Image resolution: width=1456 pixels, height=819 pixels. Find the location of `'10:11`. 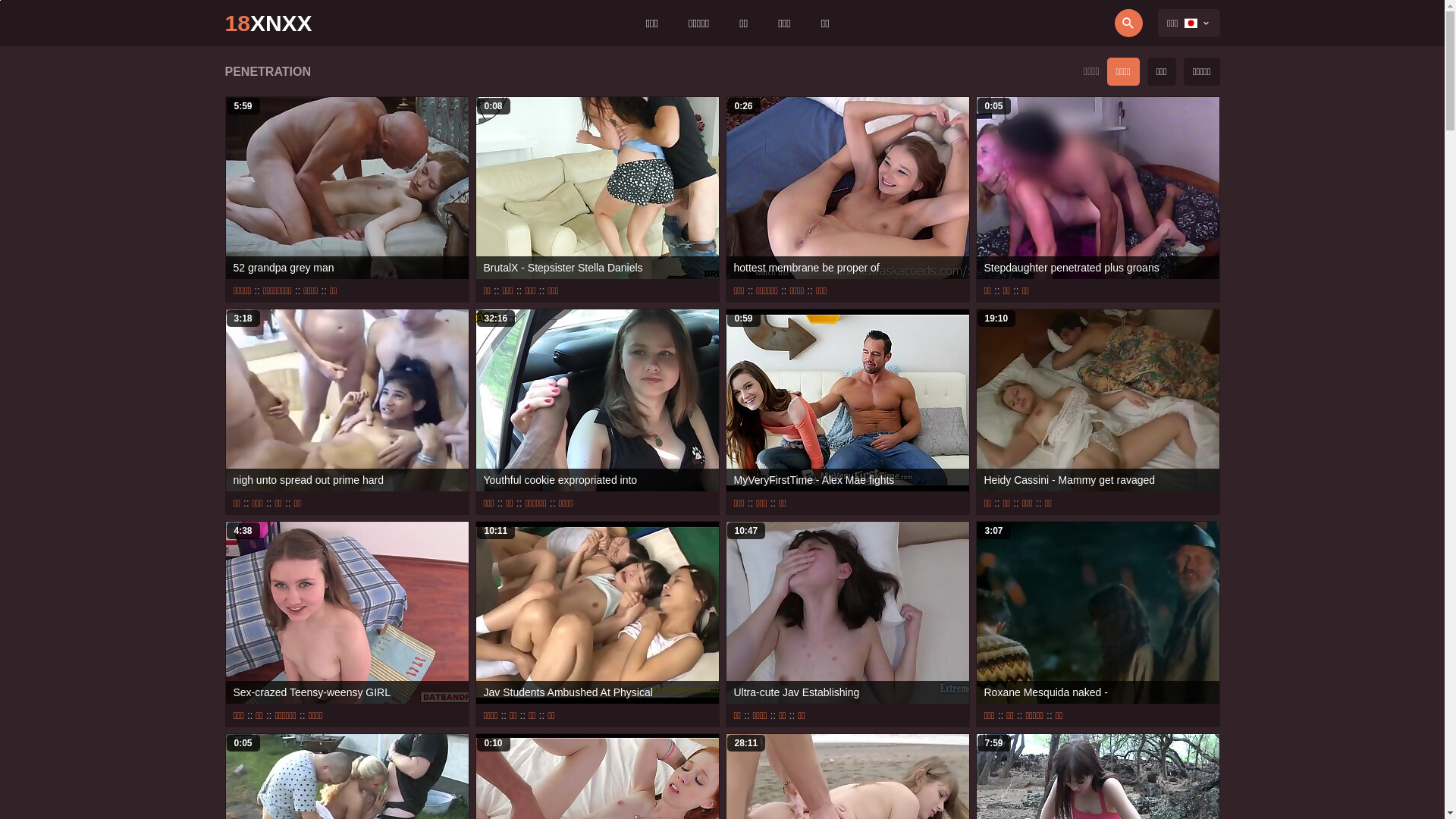

'10:11 is located at coordinates (596, 611).